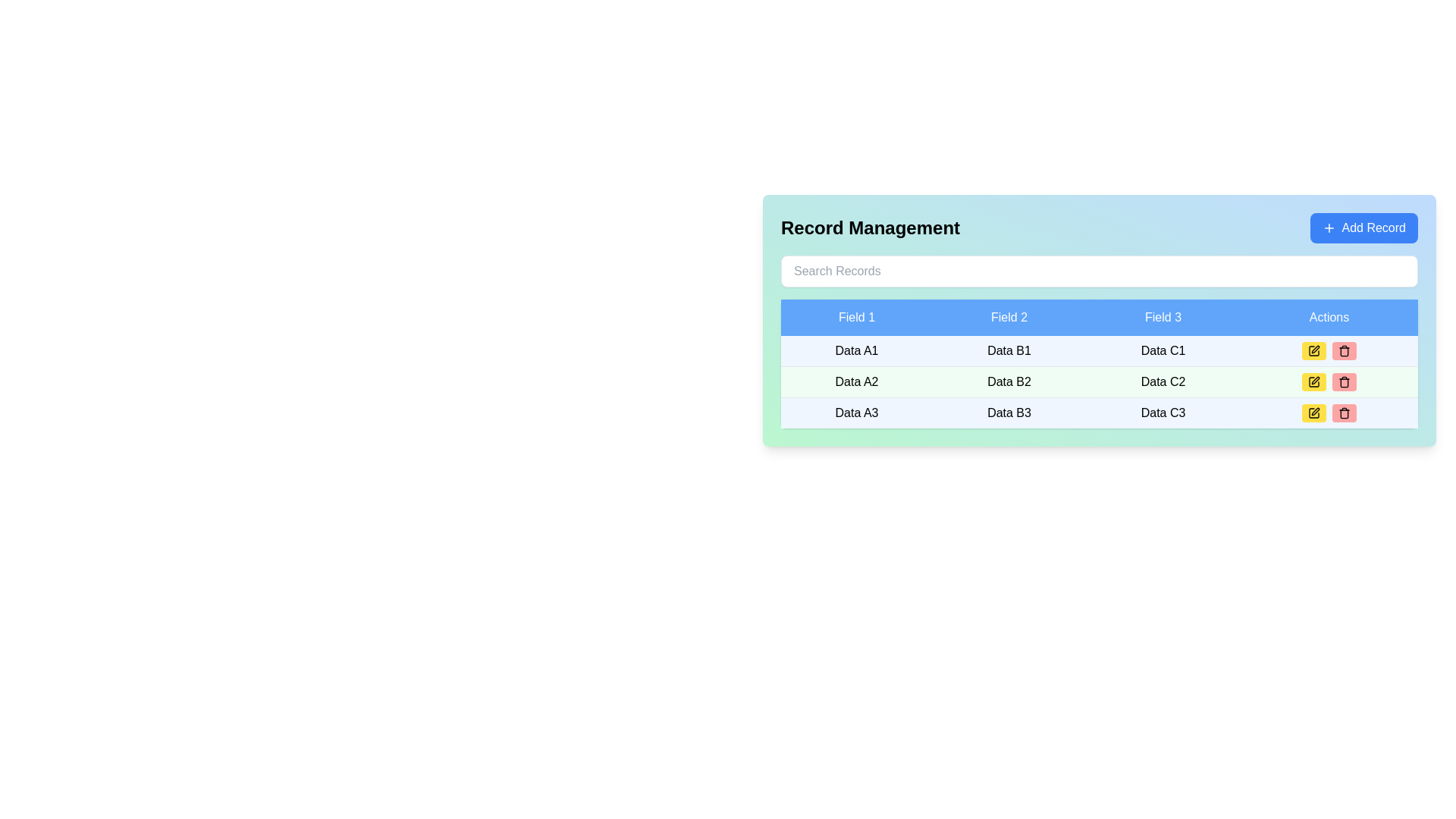  What do you see at coordinates (1163, 381) in the screenshot?
I see `the text label reading 'Data C2' located in the third column of the second row of the table within the Record Management section` at bounding box center [1163, 381].